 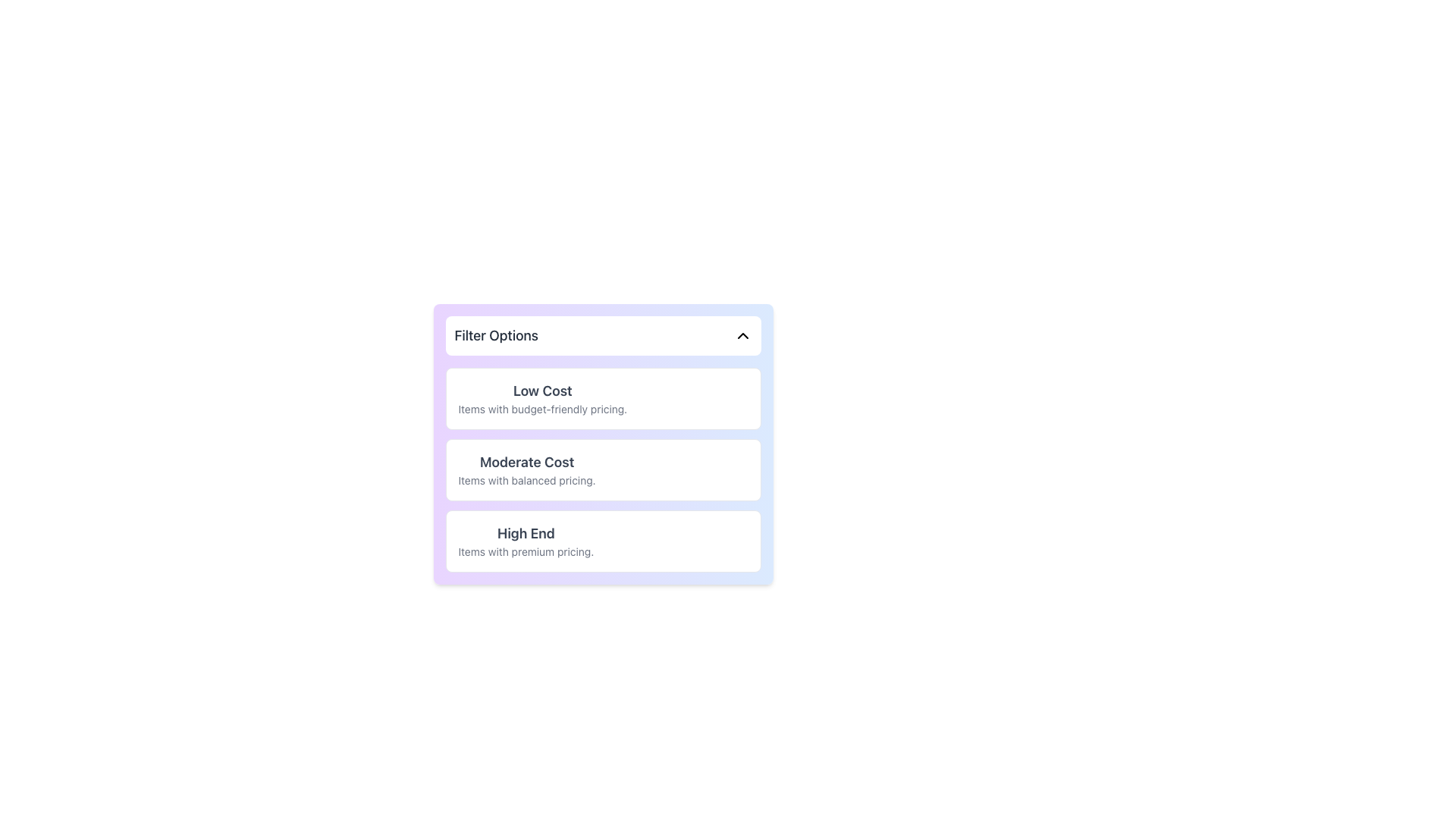 I want to click on the first filter option labeled 'Low Cost' which is a button-like interactive component with two lines of text, so click(x=602, y=397).